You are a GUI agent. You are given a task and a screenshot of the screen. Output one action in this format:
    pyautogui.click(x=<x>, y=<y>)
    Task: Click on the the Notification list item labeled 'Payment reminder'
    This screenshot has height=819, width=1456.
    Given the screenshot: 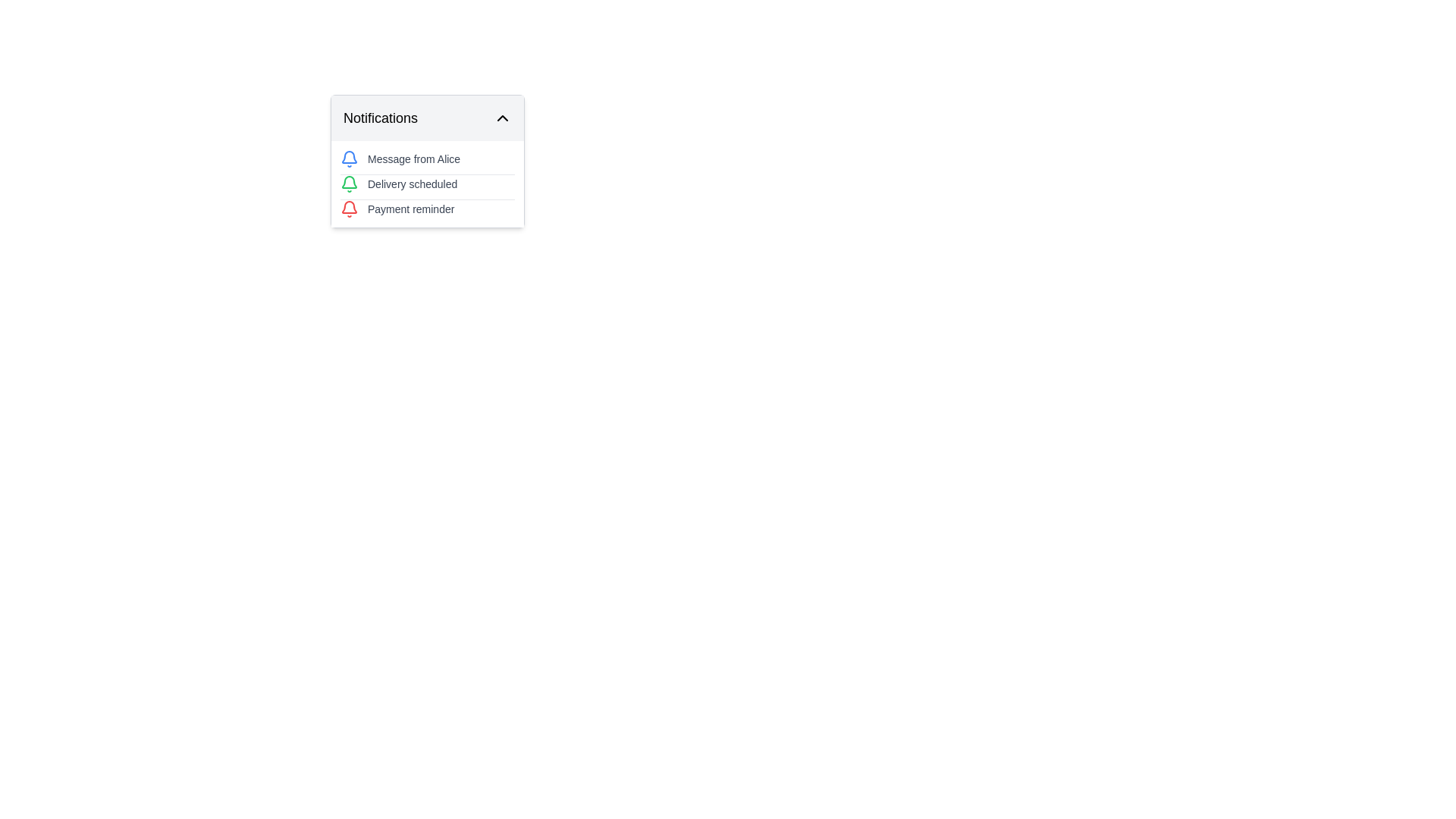 What is the action you would take?
    pyautogui.click(x=427, y=208)
    